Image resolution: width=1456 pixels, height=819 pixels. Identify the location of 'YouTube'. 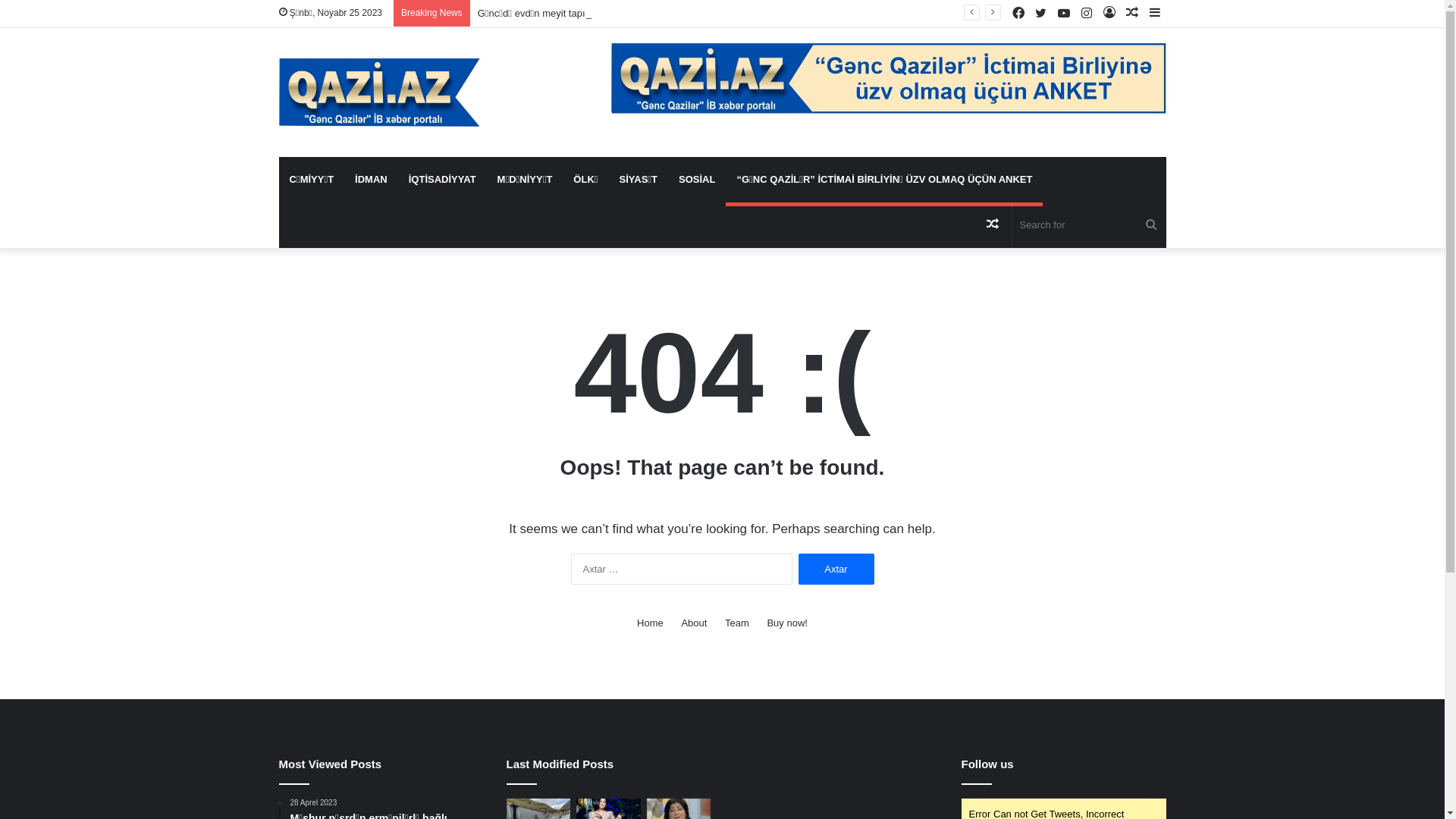
(1051, 14).